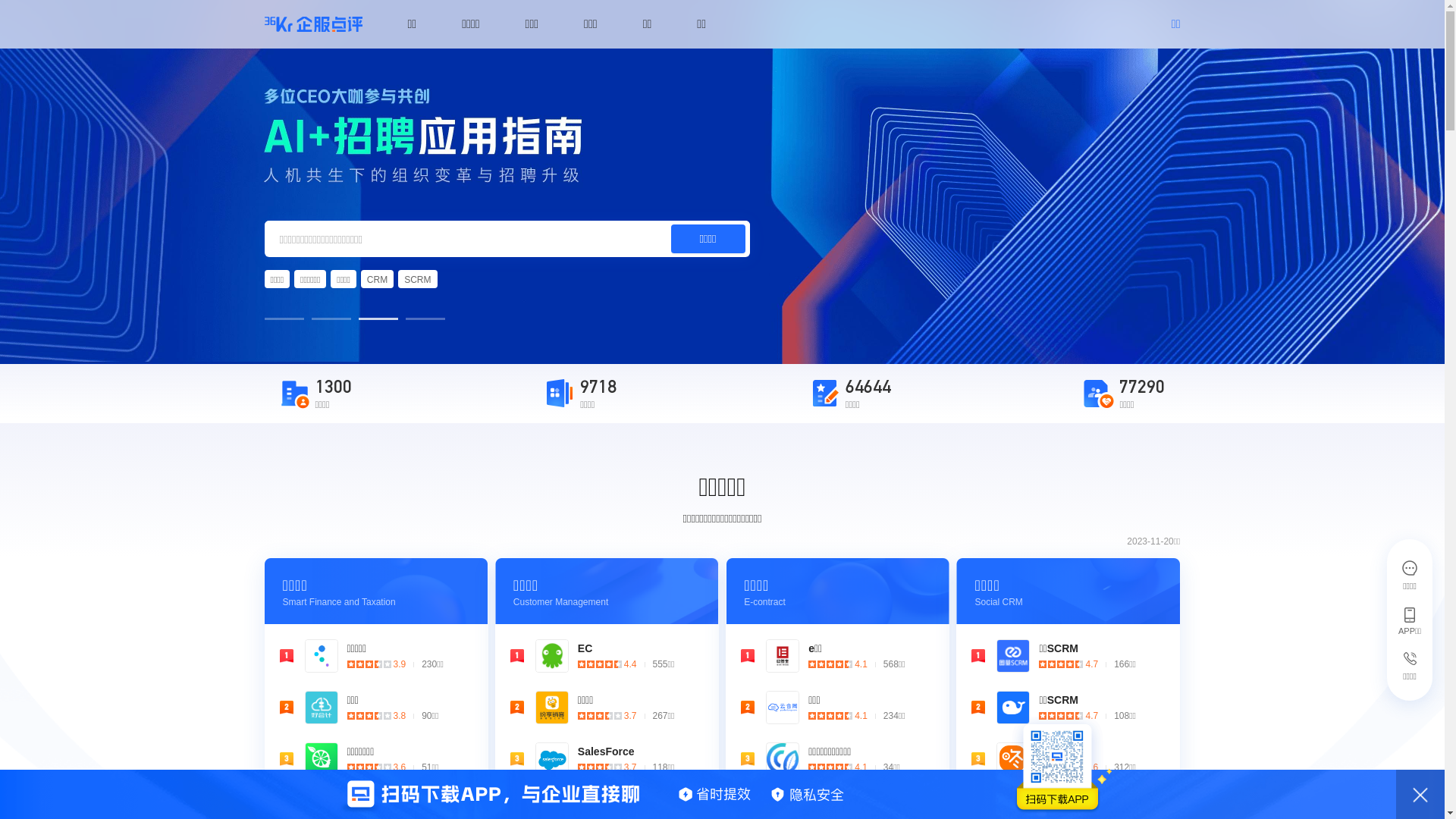  I want to click on 'CRM', so click(359, 278).